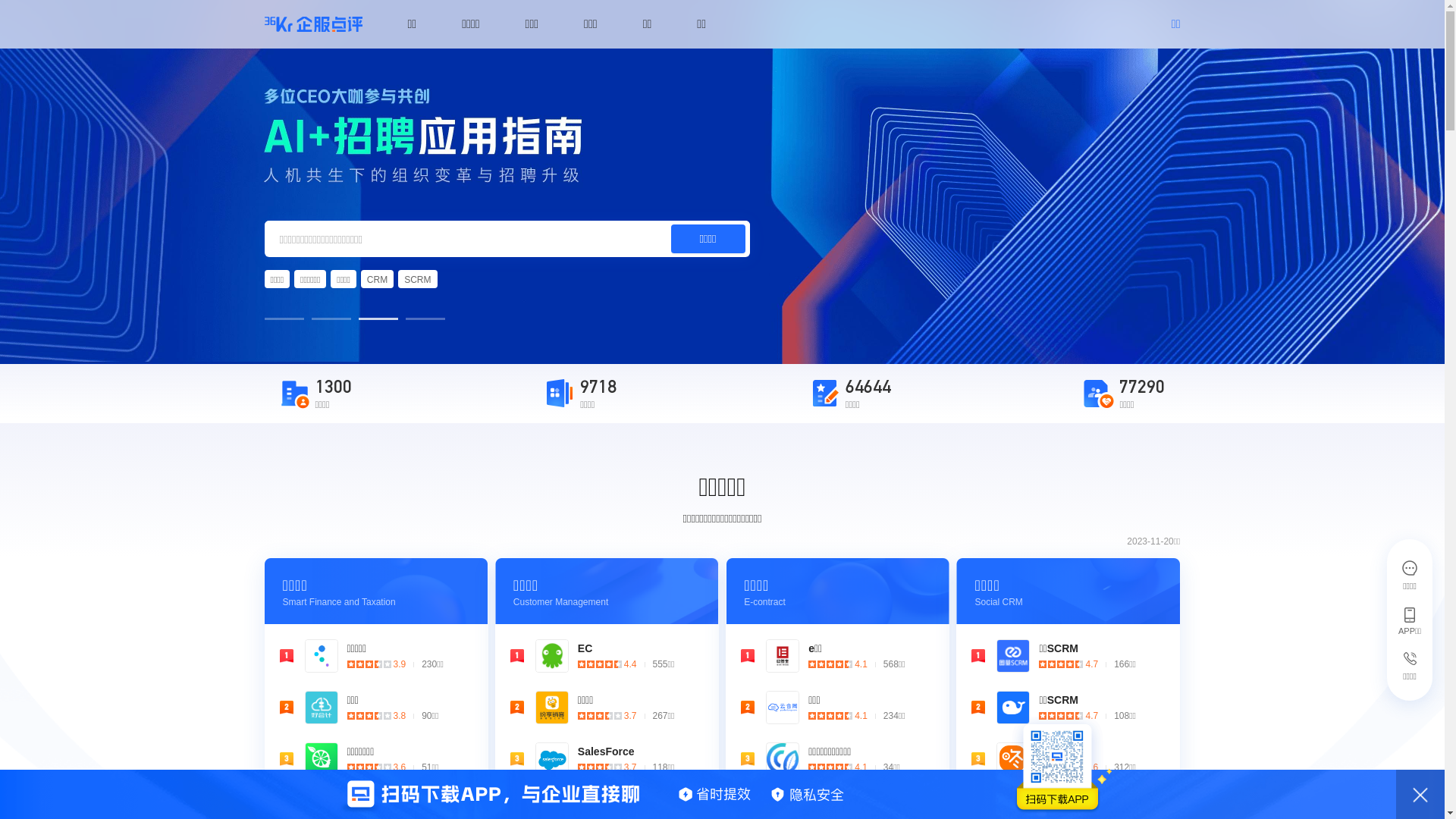  I want to click on 'CRM', so click(359, 278).